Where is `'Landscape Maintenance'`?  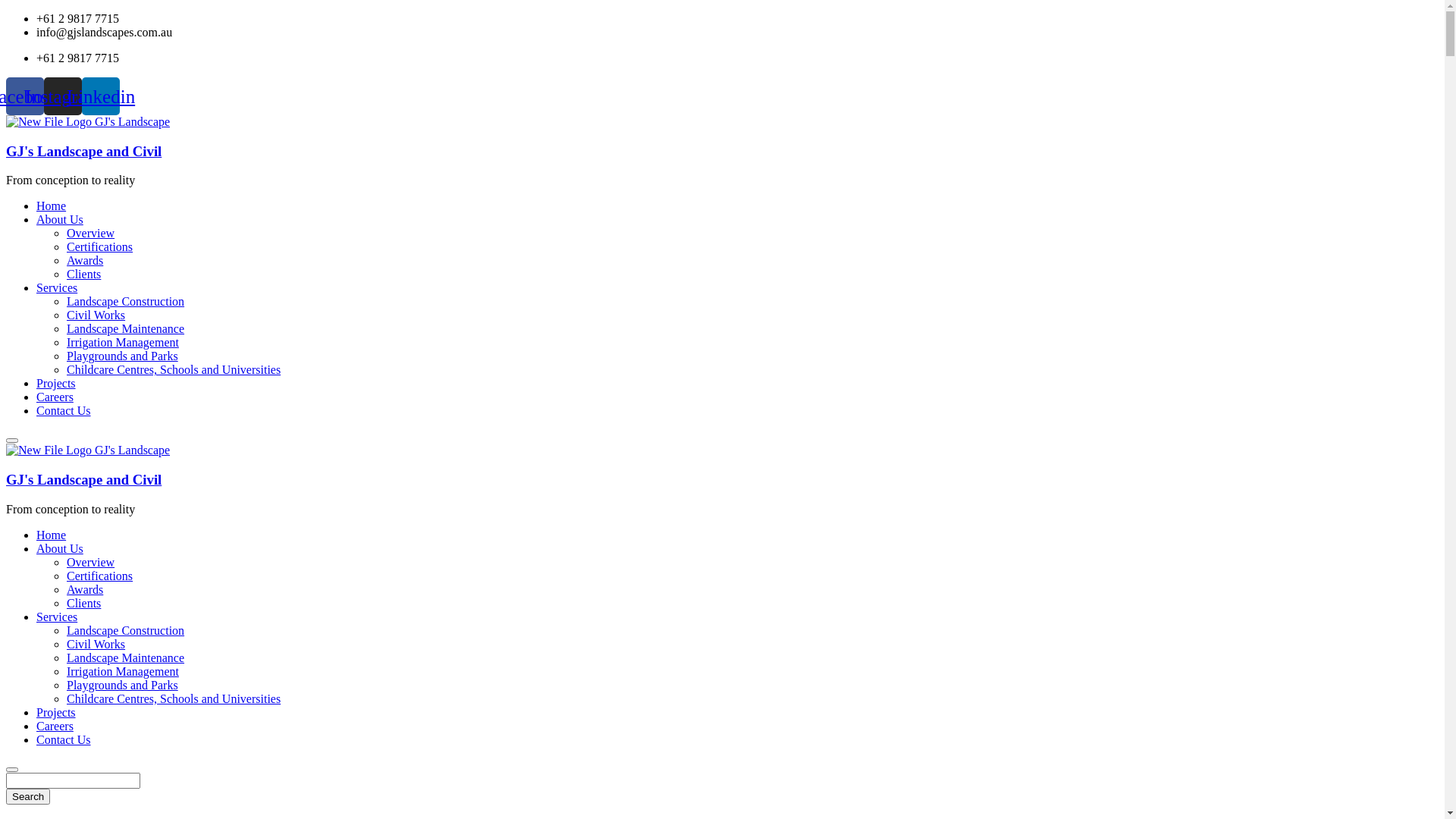
'Landscape Maintenance' is located at coordinates (125, 328).